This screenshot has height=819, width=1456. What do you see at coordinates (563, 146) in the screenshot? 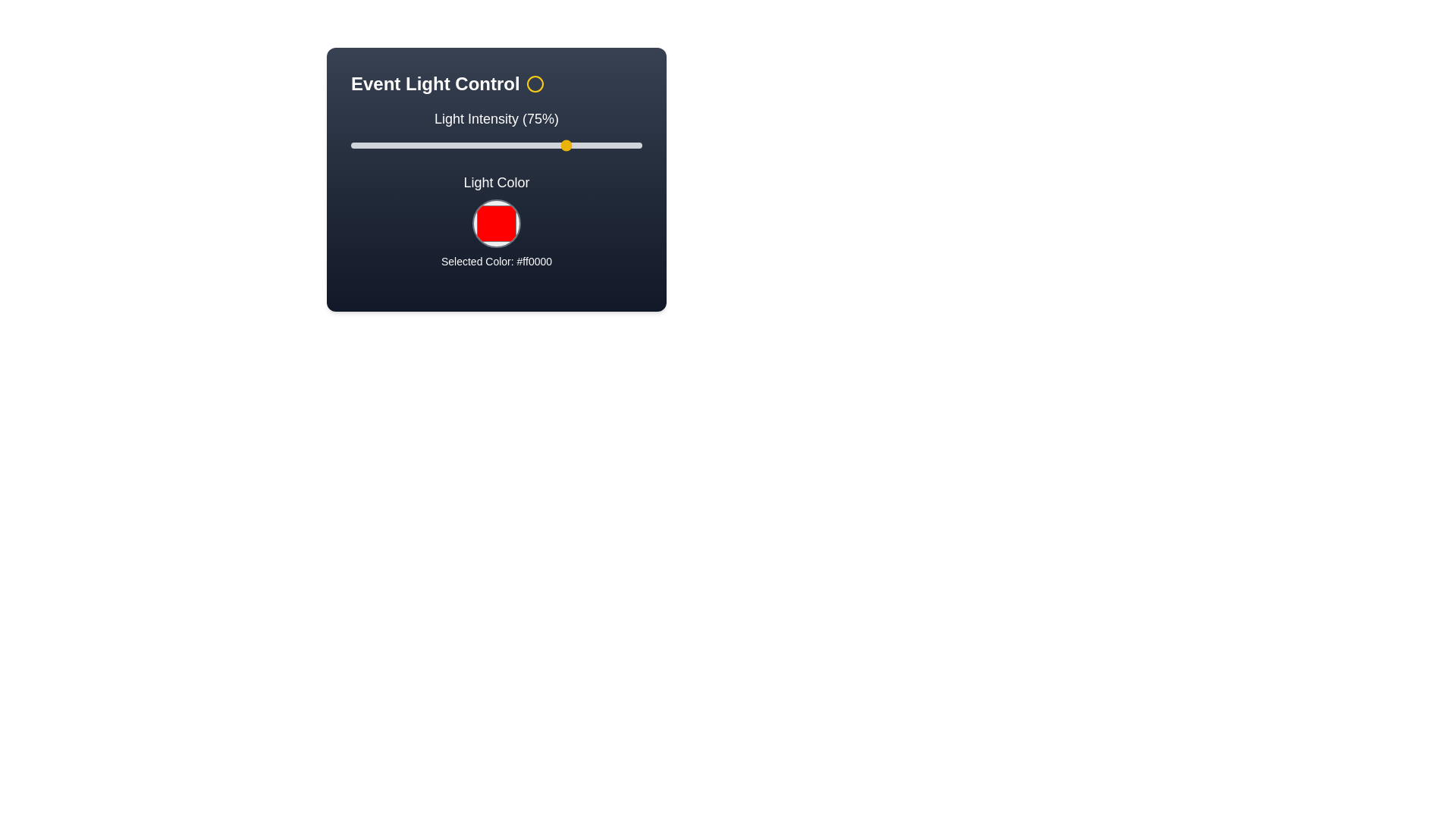
I see `the light intensity to 73% by moving the slider` at bounding box center [563, 146].